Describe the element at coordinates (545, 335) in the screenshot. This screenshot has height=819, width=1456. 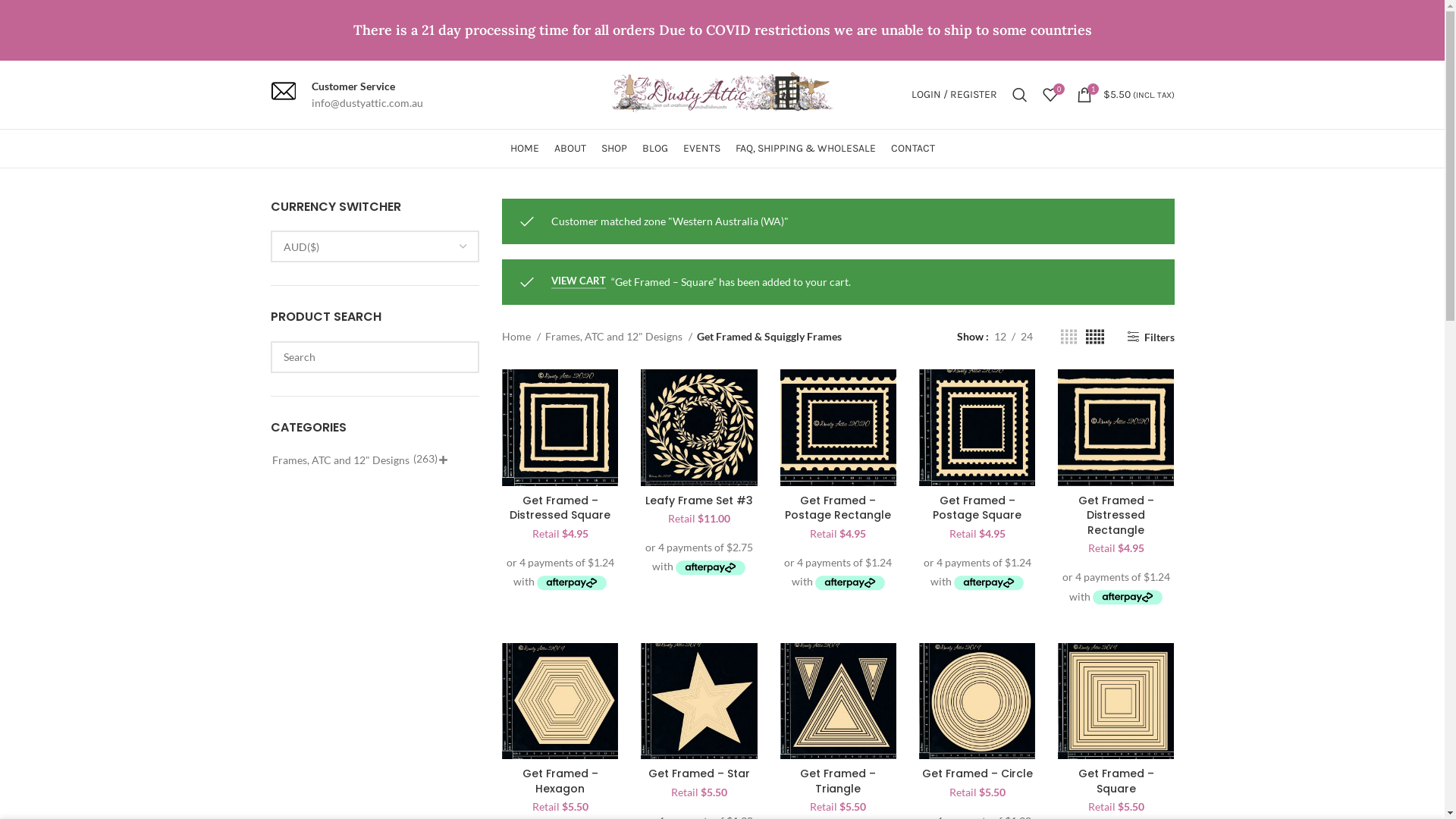
I see `'Frames, ATC and 12" Designs'` at that location.